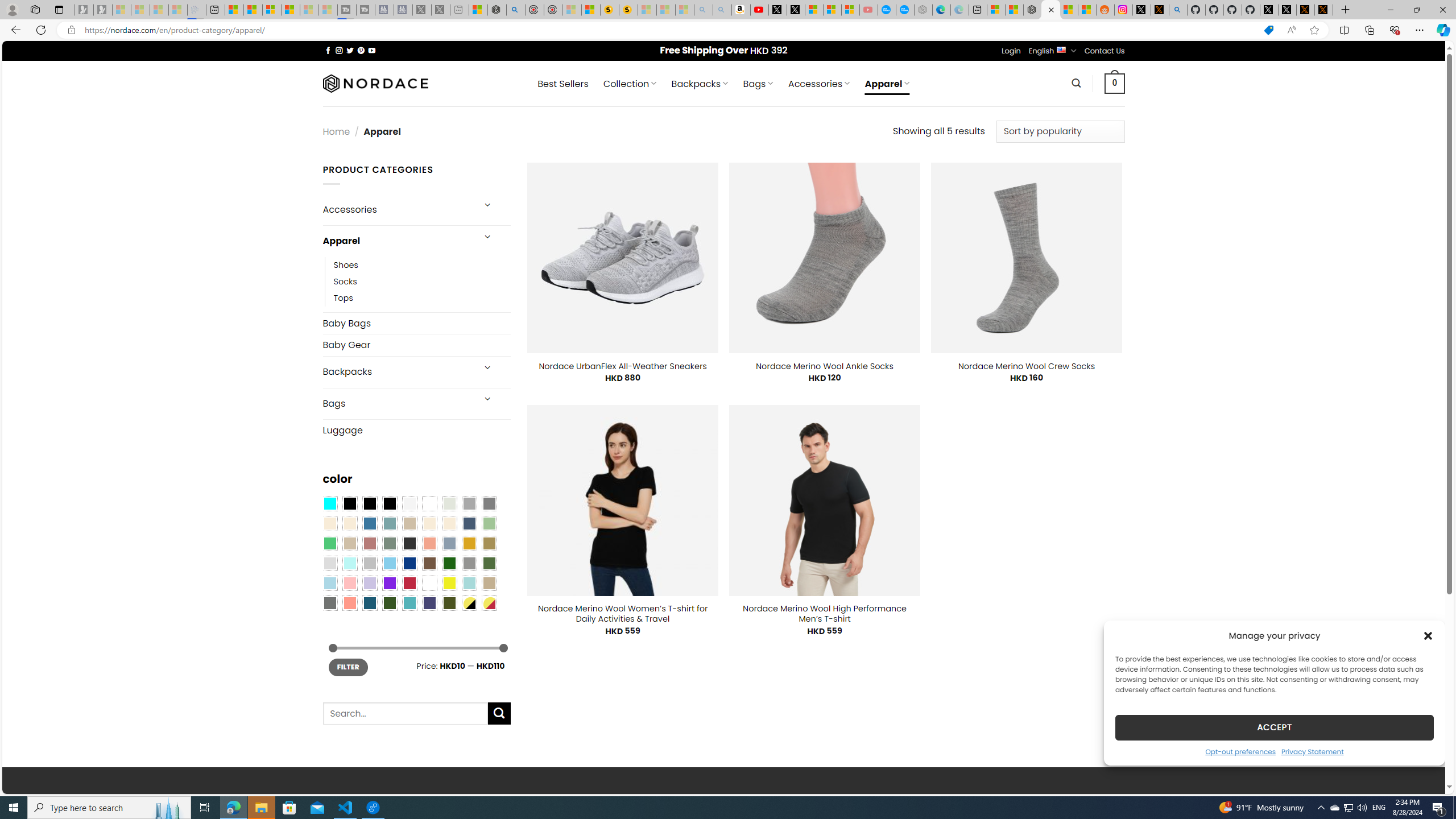  I want to click on 'This site has coupons! Shopping in Microsoft Edge', so click(1268, 30).